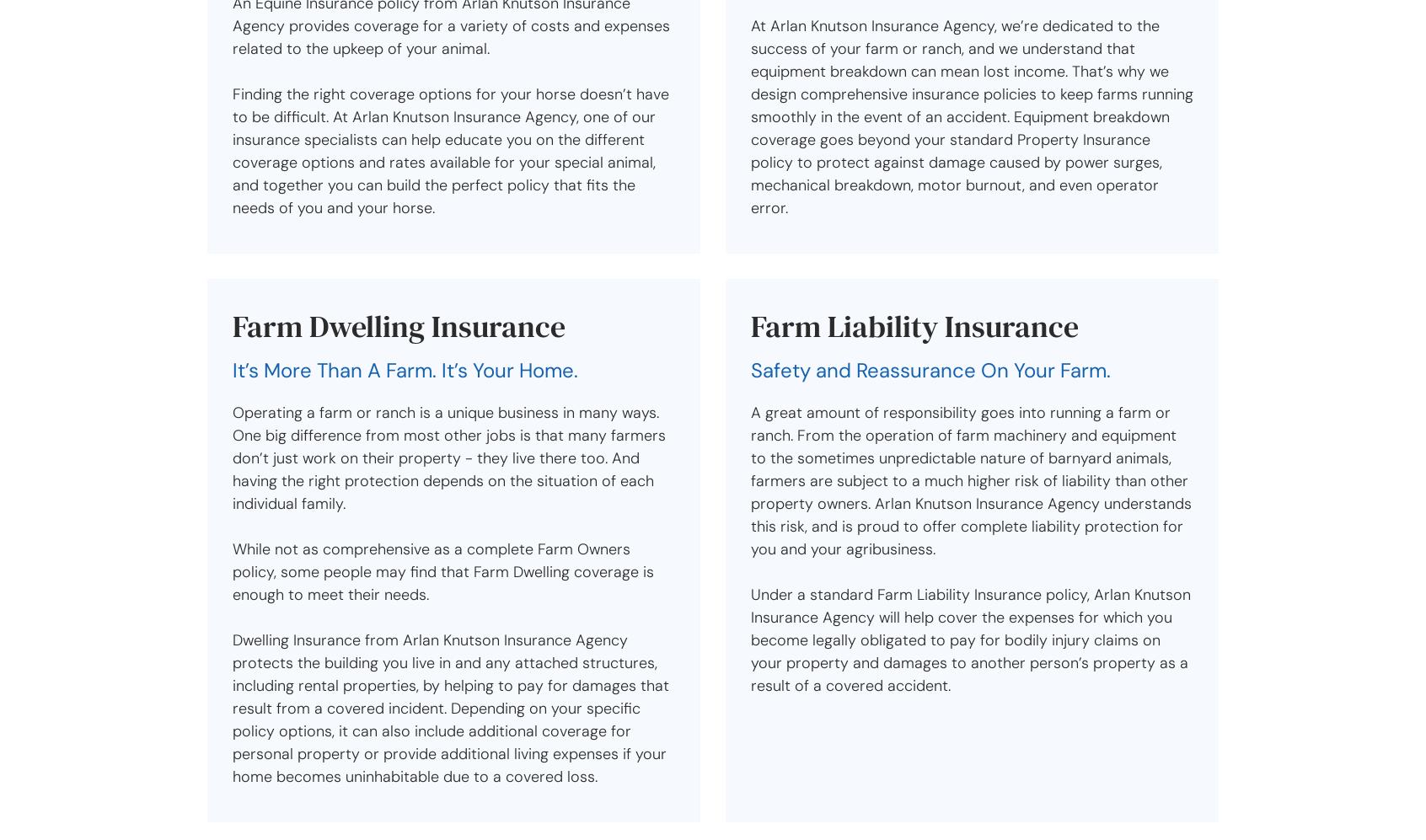 The width and height of the screenshot is (1426, 840). What do you see at coordinates (451, 708) in the screenshot?
I see `'Dwelling Insurance from Arlan Knutson Insurance Agency protects the building you live in and any attached structures, including rental properties, by helping to pay for damages that result from a covered incident. Depending on your specific policy options, it can also include additional coverage for personal property or provide additional living expenses if your home becomes uninhabitable due to a covered loss.'` at bounding box center [451, 708].